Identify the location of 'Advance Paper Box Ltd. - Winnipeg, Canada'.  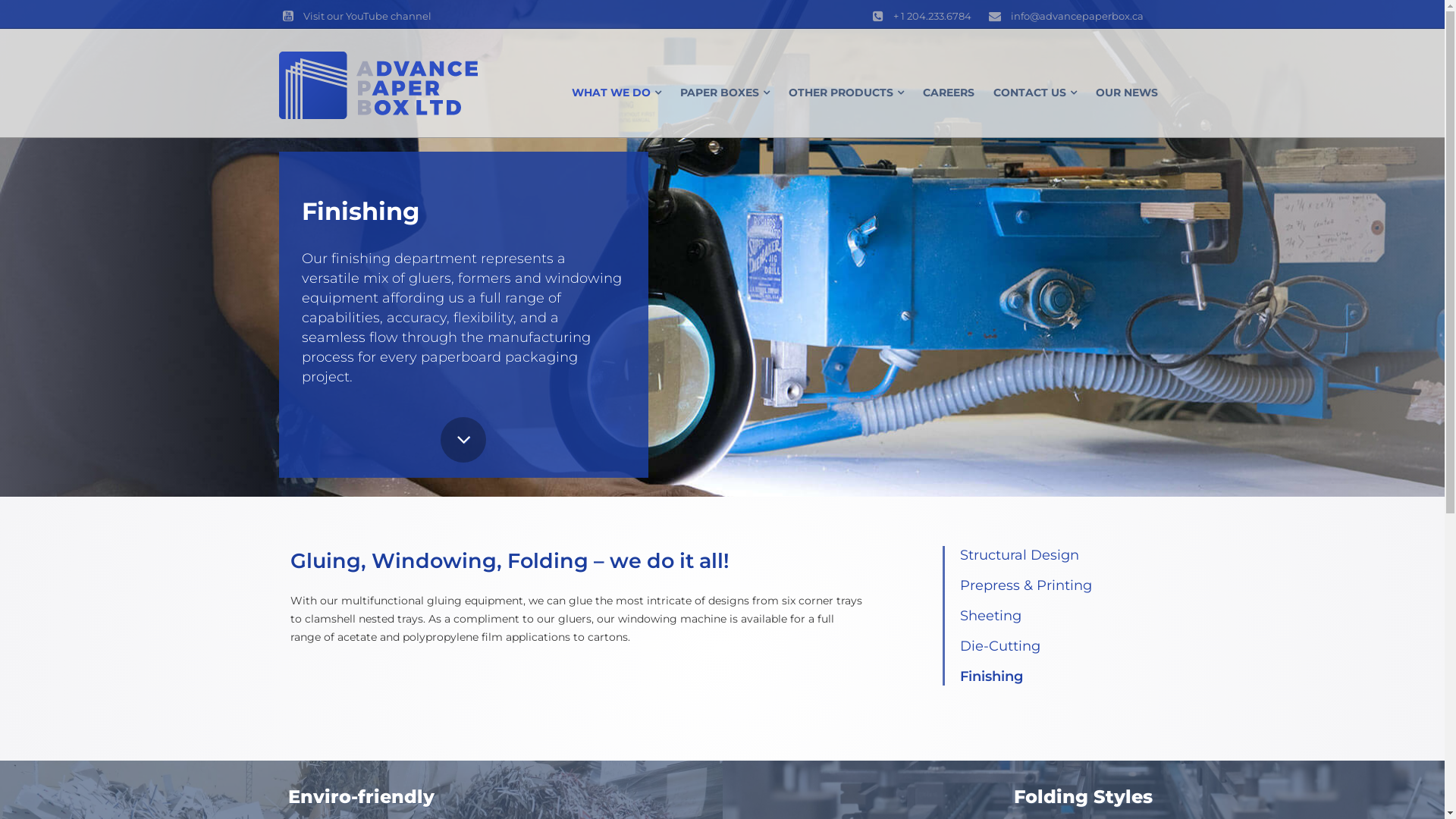
(378, 85).